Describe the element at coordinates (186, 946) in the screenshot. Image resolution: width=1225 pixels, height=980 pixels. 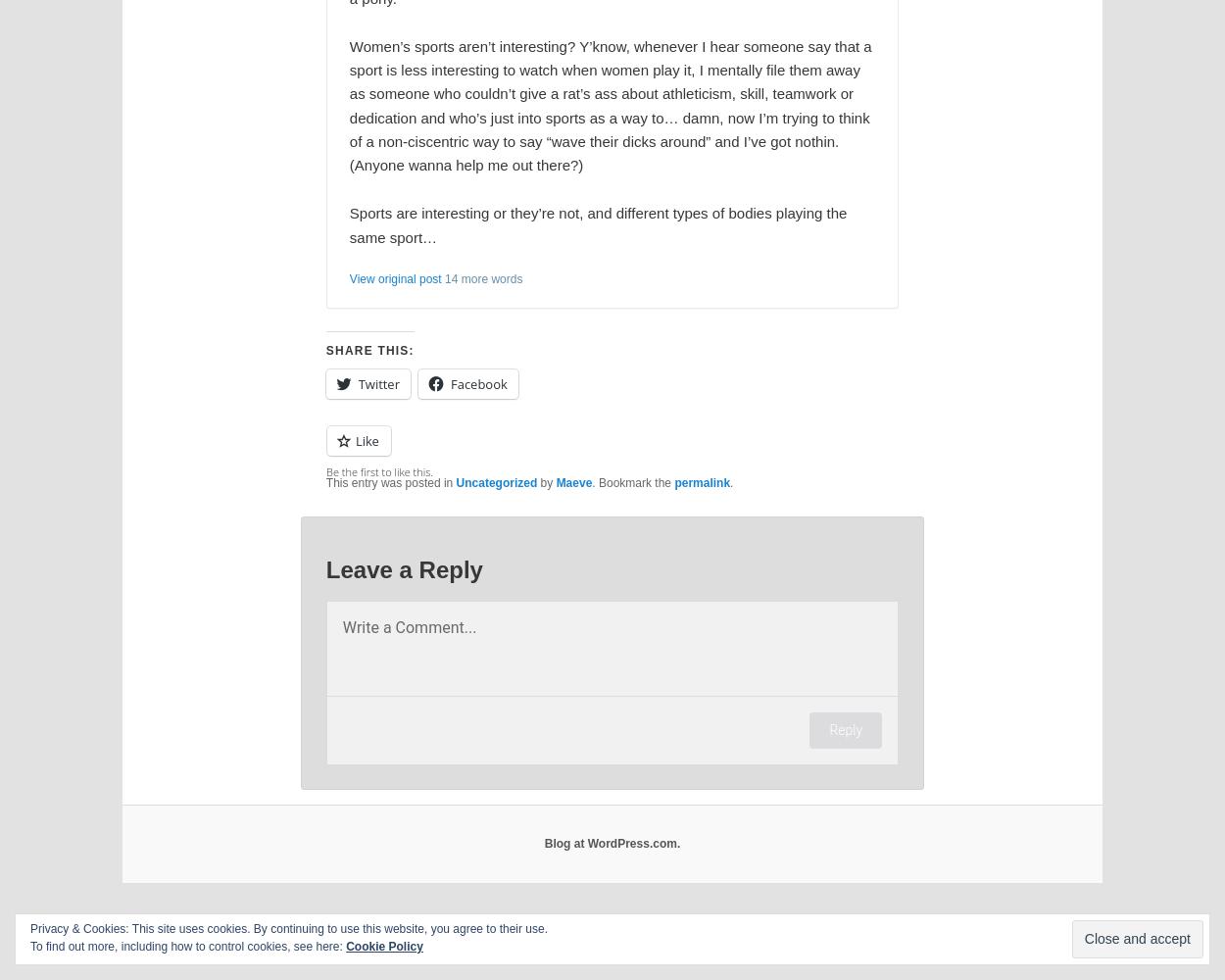
I see `'To find out more, including how to control cookies, see here:'` at that location.